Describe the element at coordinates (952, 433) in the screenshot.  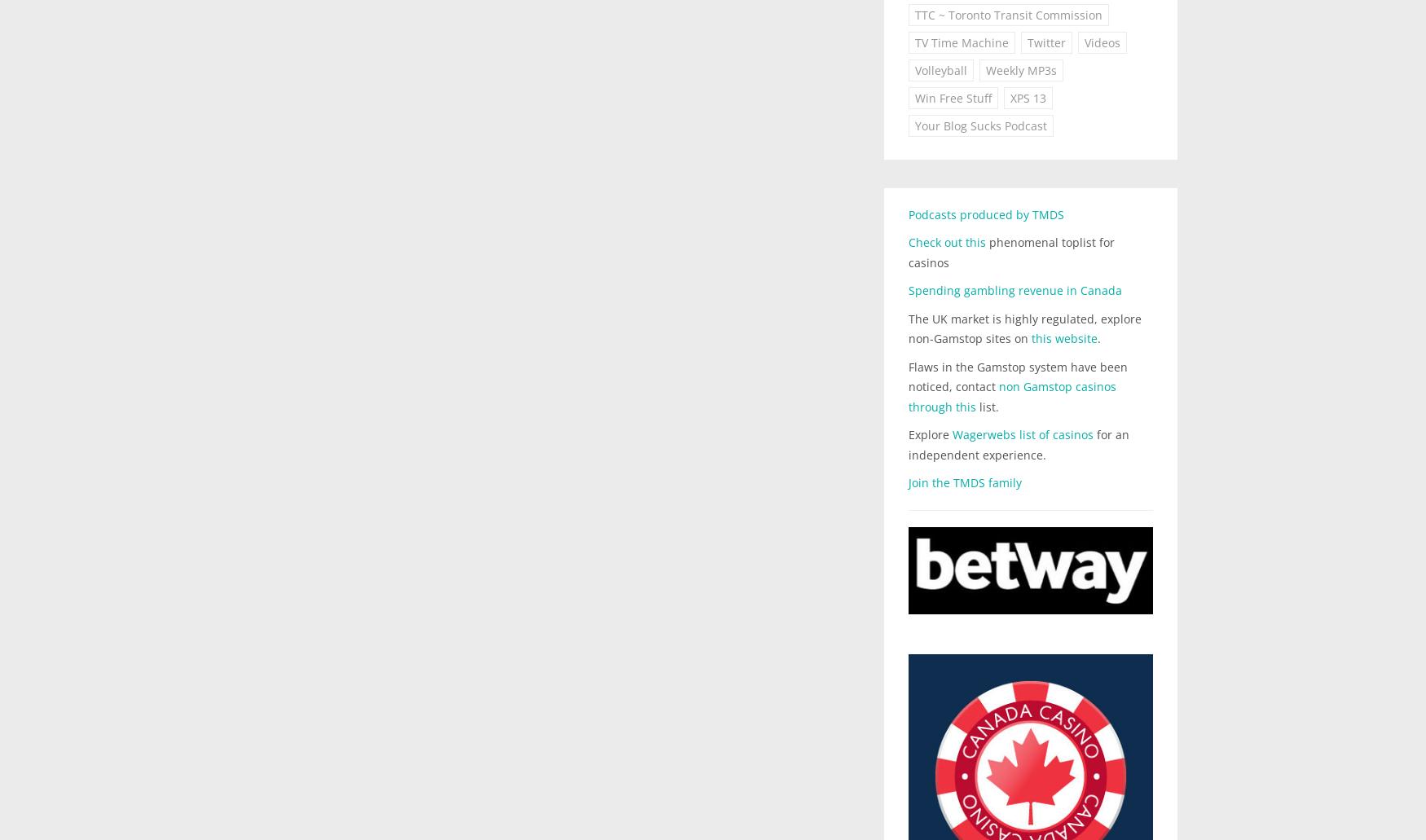
I see `'Wagerwebs list of casinos'` at that location.